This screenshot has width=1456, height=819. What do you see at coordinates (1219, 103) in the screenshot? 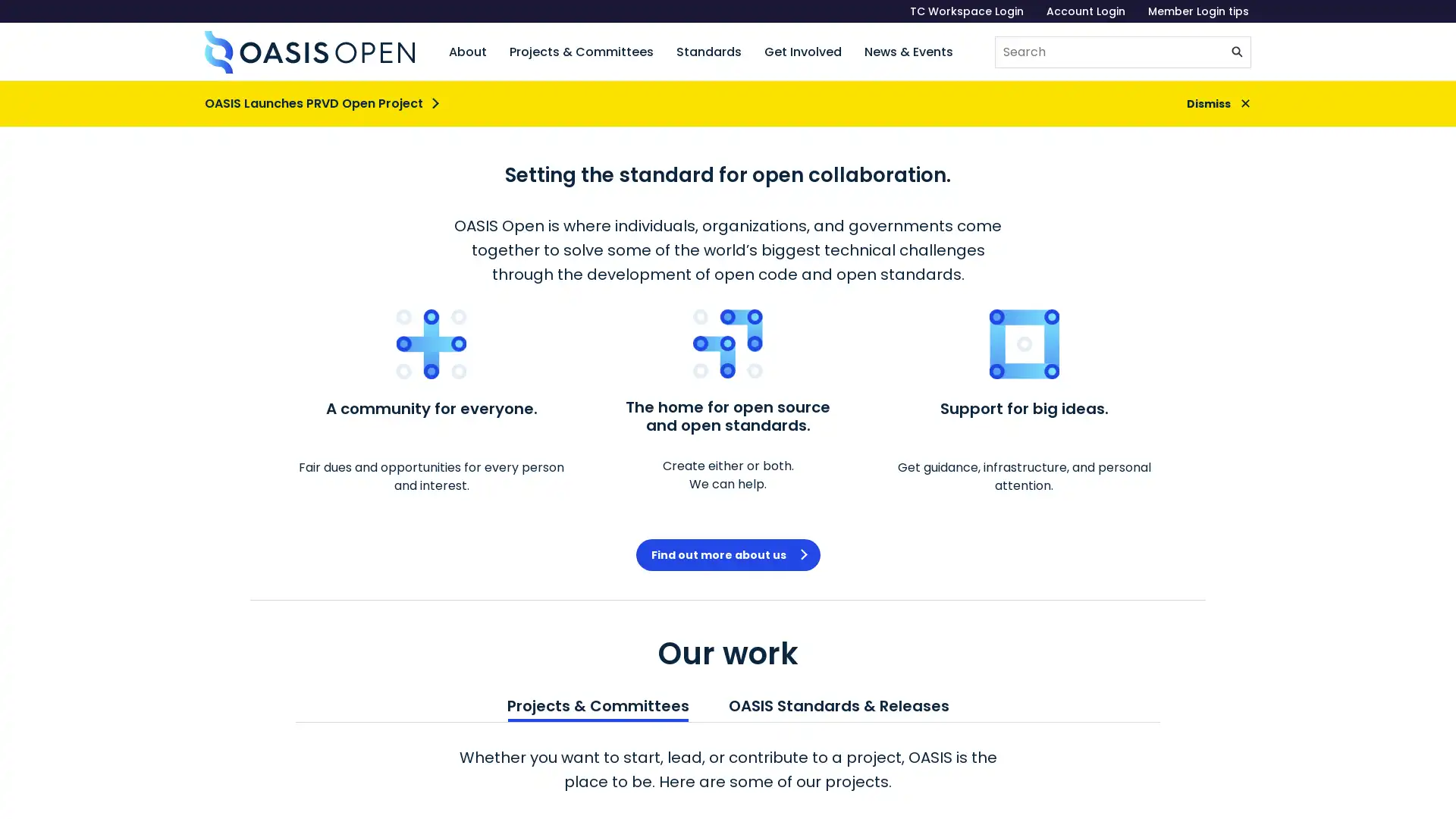
I see `Dismiss` at bounding box center [1219, 103].